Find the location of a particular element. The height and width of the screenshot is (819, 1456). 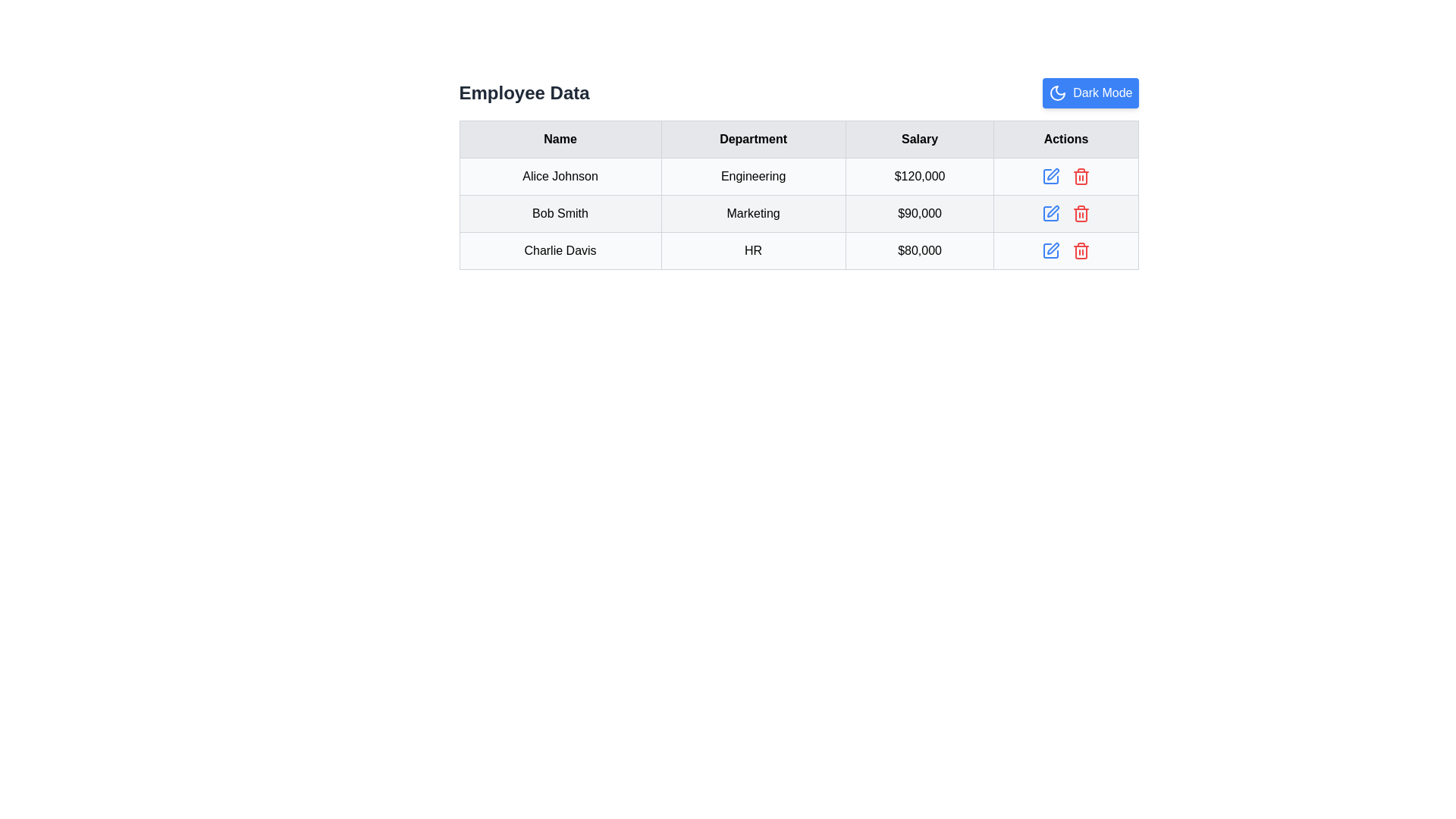

the 'Name' column header cell in the employee data table is located at coordinates (560, 140).